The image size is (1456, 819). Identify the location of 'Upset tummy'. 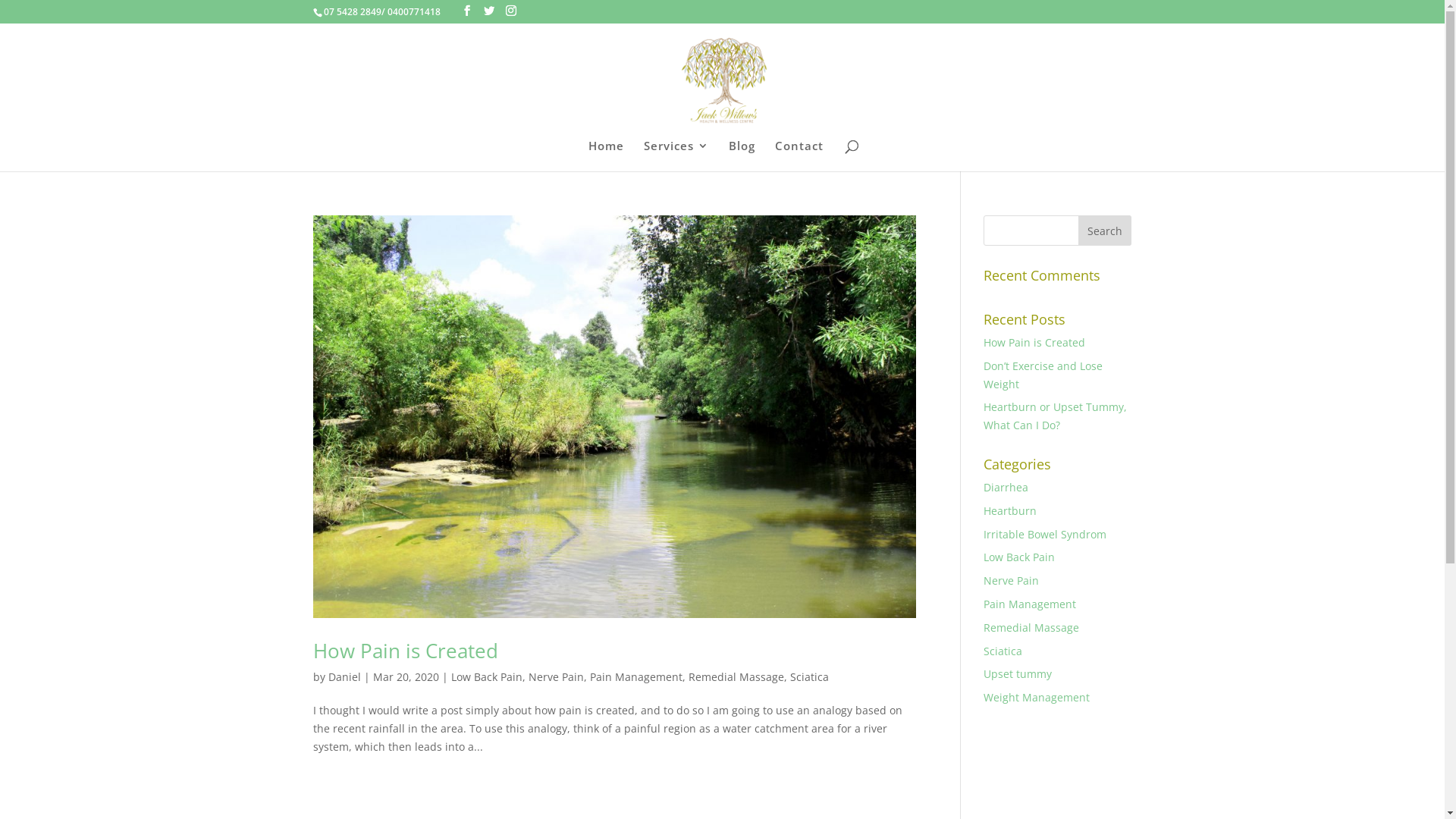
(1018, 673).